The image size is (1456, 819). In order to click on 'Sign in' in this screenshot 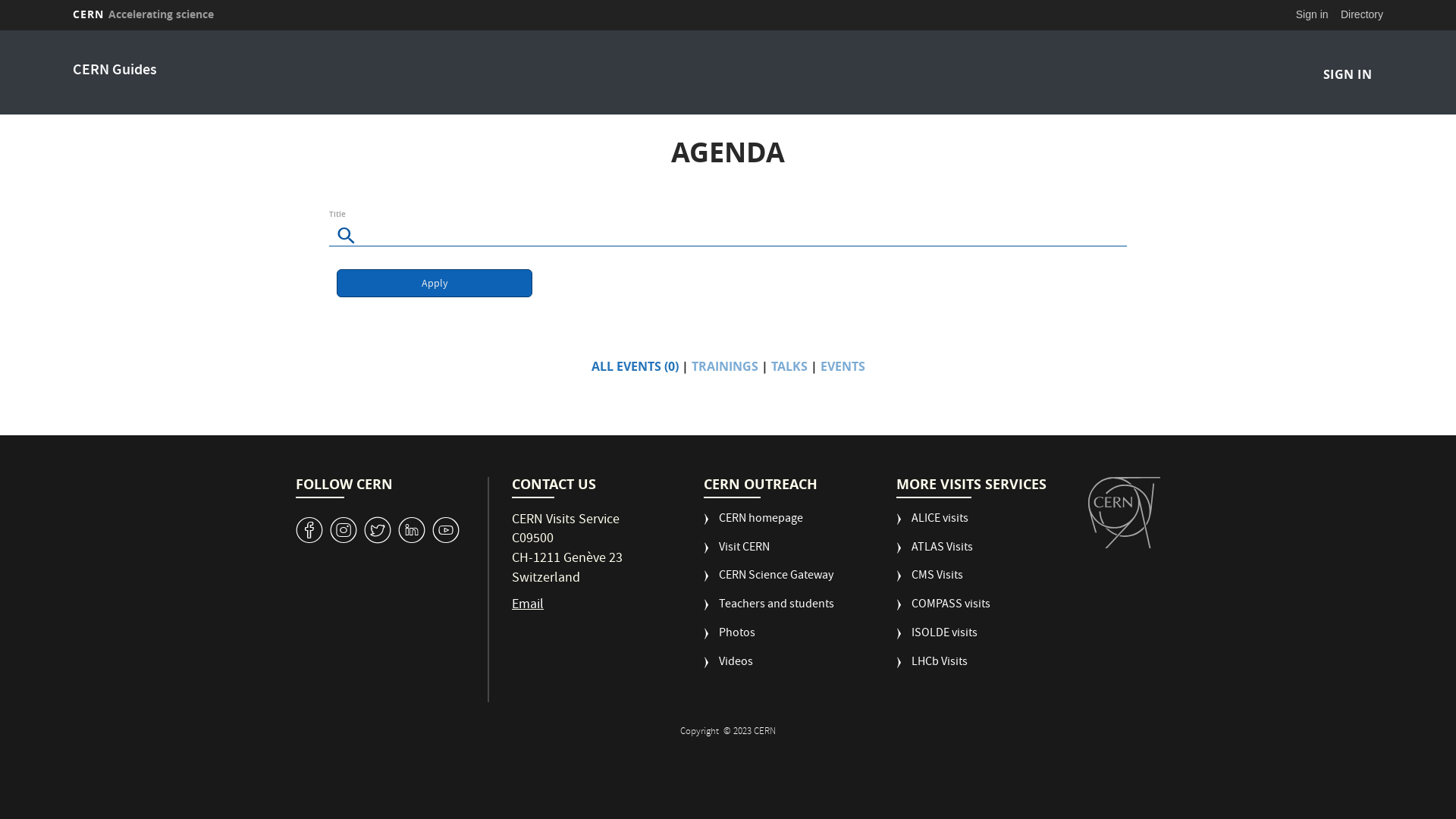, I will do `click(1311, 14)`.